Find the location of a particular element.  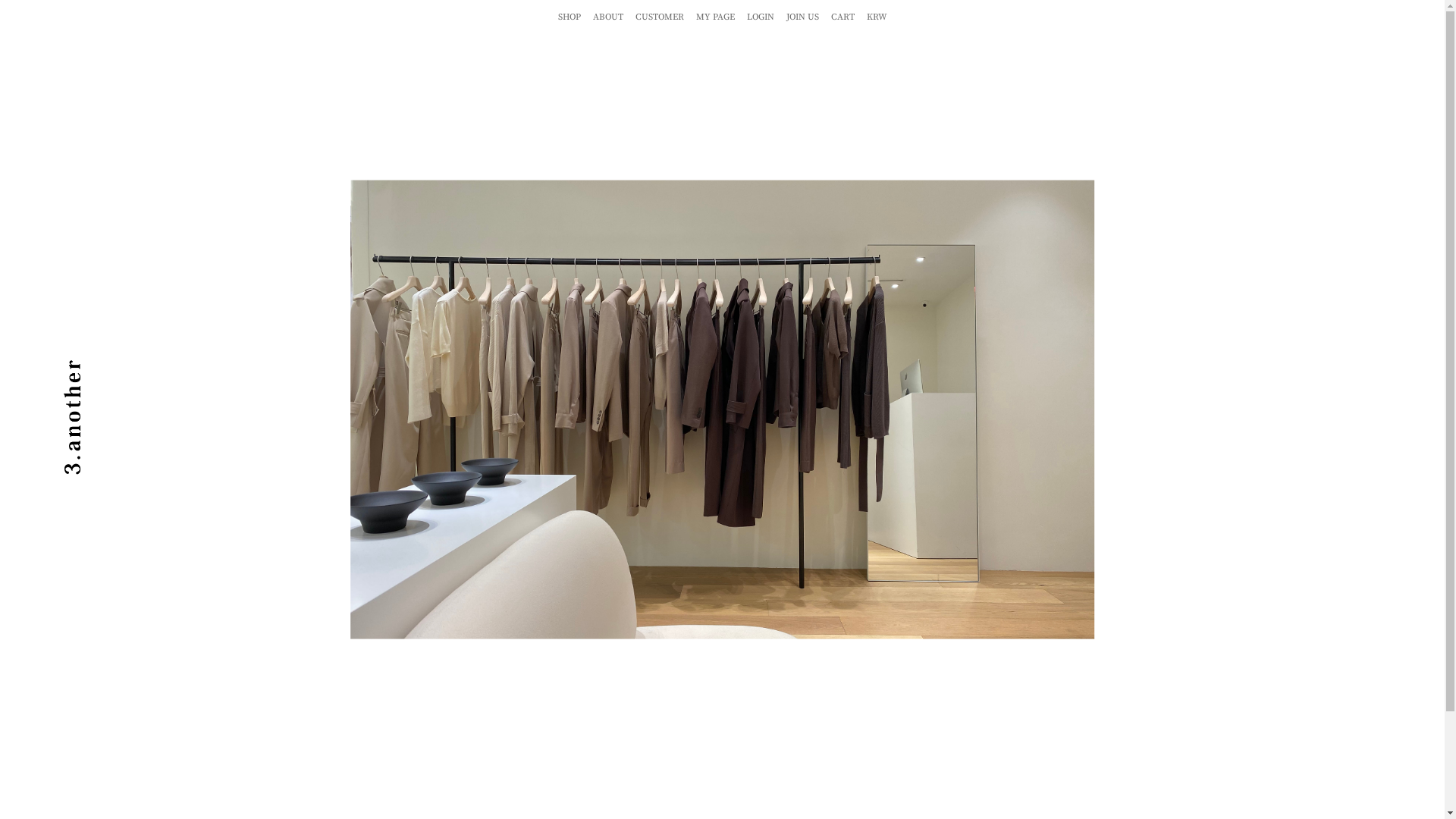

'SHOP' is located at coordinates (568, 17).